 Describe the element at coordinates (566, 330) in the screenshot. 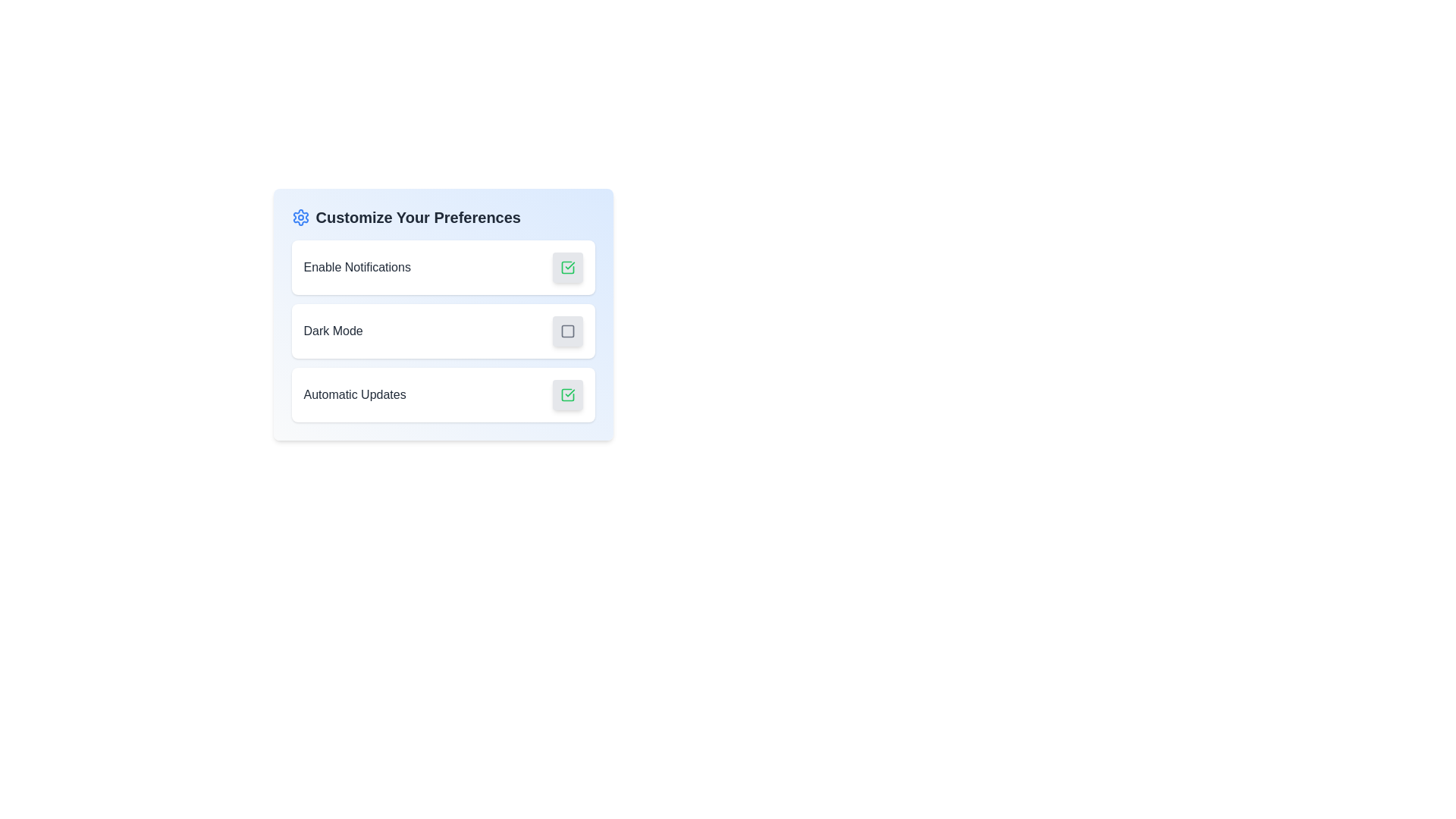

I see `the checkbox located in the 'Dark Mode' row of the 'Customize Your Preferences' panel` at that location.